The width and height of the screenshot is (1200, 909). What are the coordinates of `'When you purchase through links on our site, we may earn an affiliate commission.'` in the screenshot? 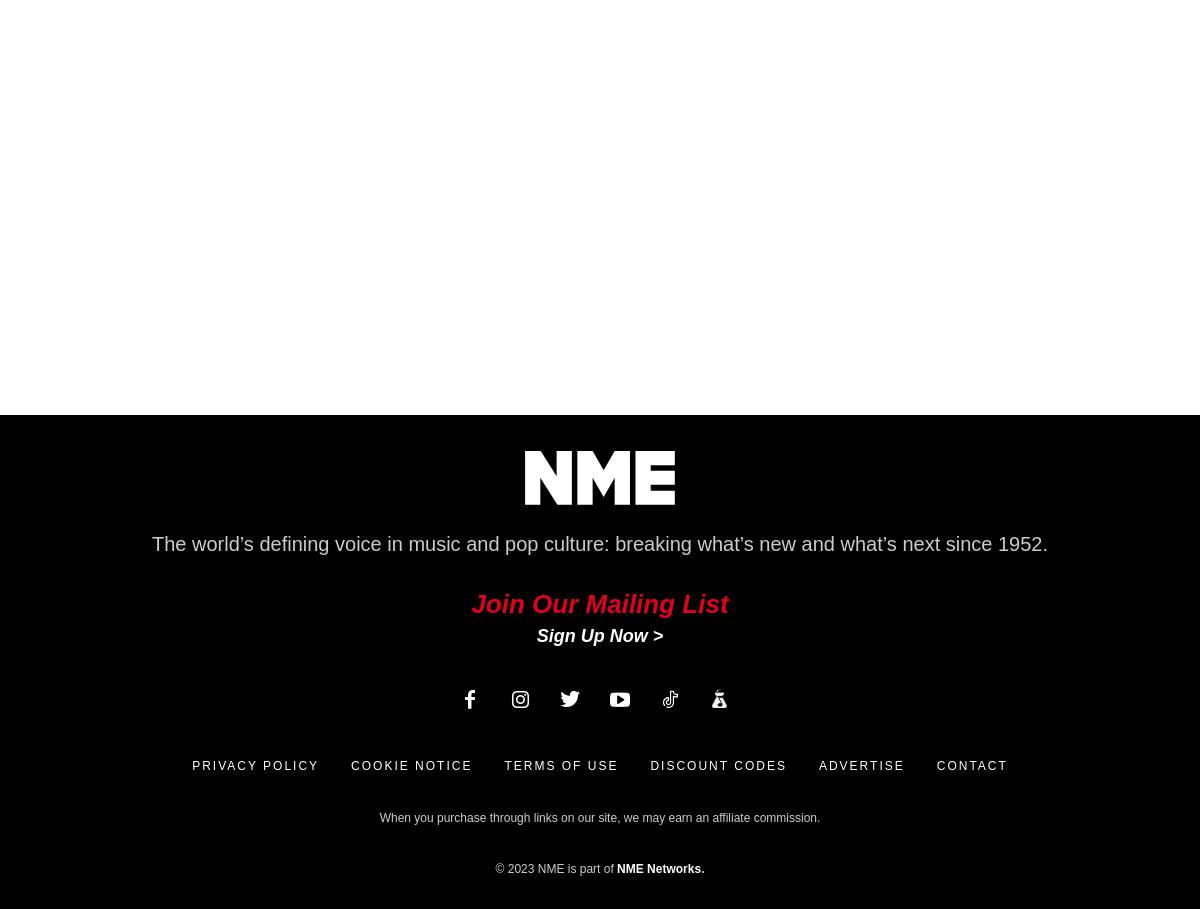 It's located at (598, 817).